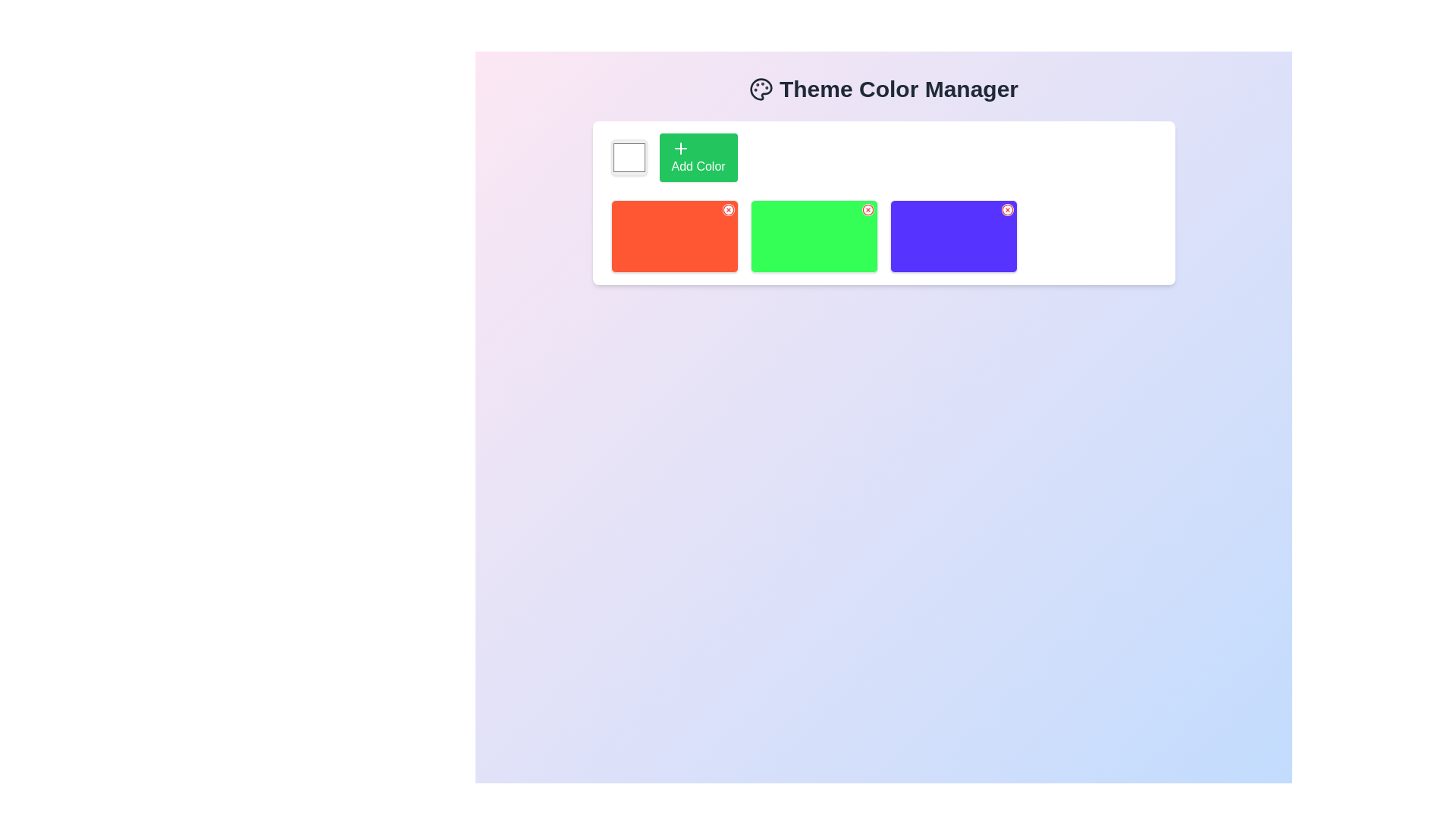 Image resolution: width=1456 pixels, height=819 pixels. I want to click on the graphical palette icon located above the main interface components near the 'Theme Color Manager' title text, so click(761, 89).